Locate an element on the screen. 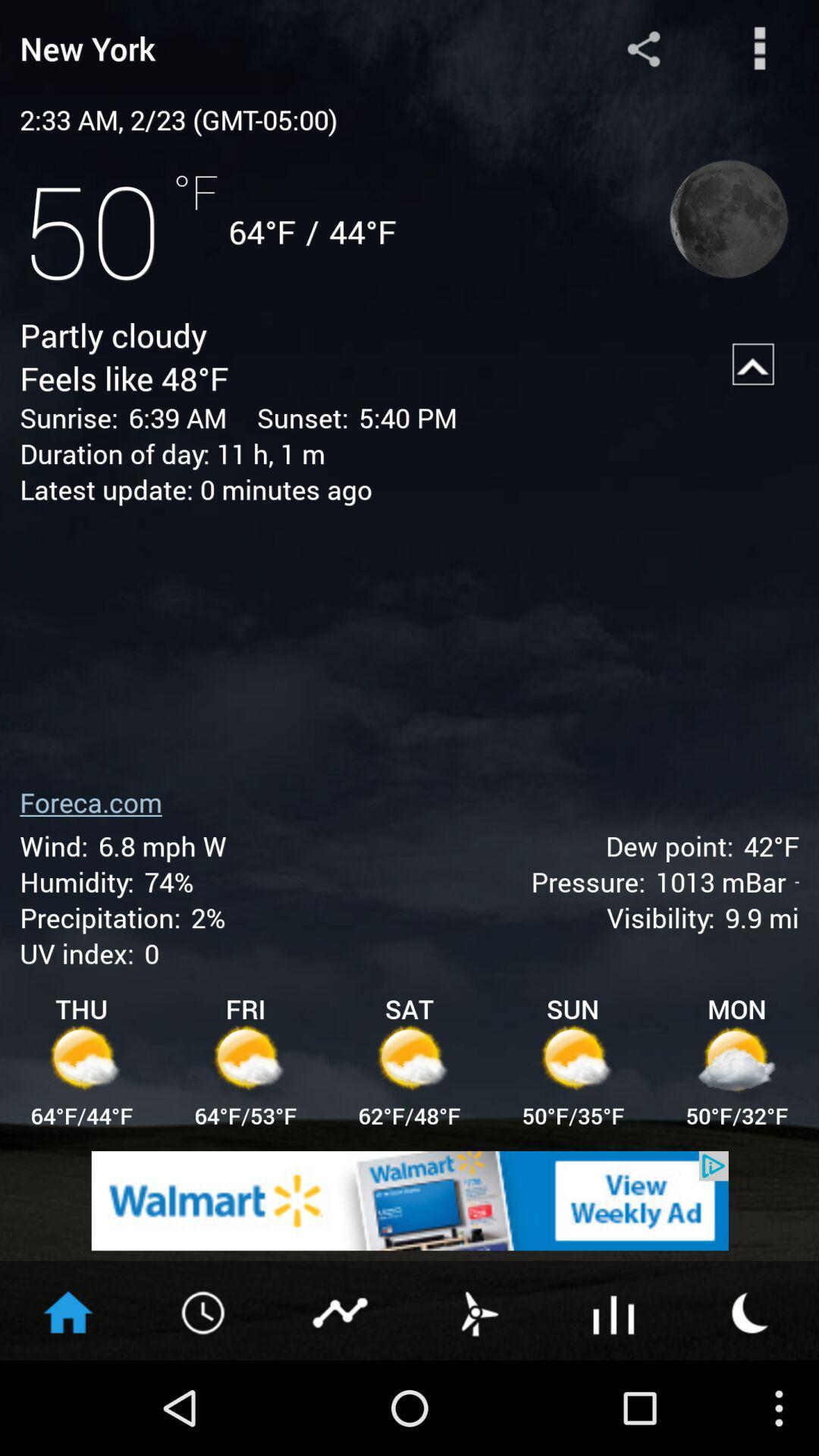  the home icon is located at coordinates (67, 1402).